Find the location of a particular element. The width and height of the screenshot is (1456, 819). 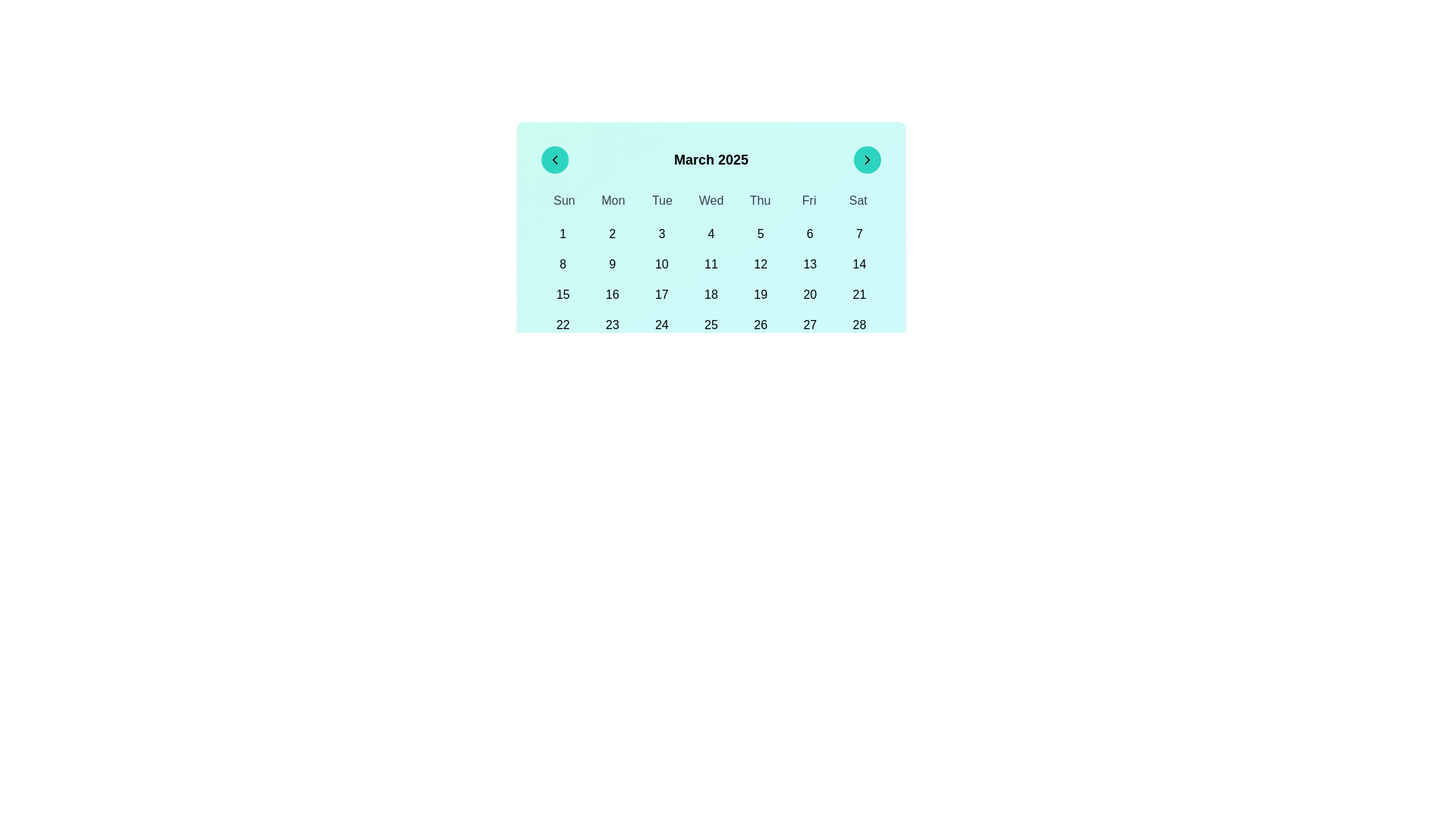

the button displaying '11' in the calendar grid located in the second row and fourth column to trigger a style change is located at coordinates (710, 263).